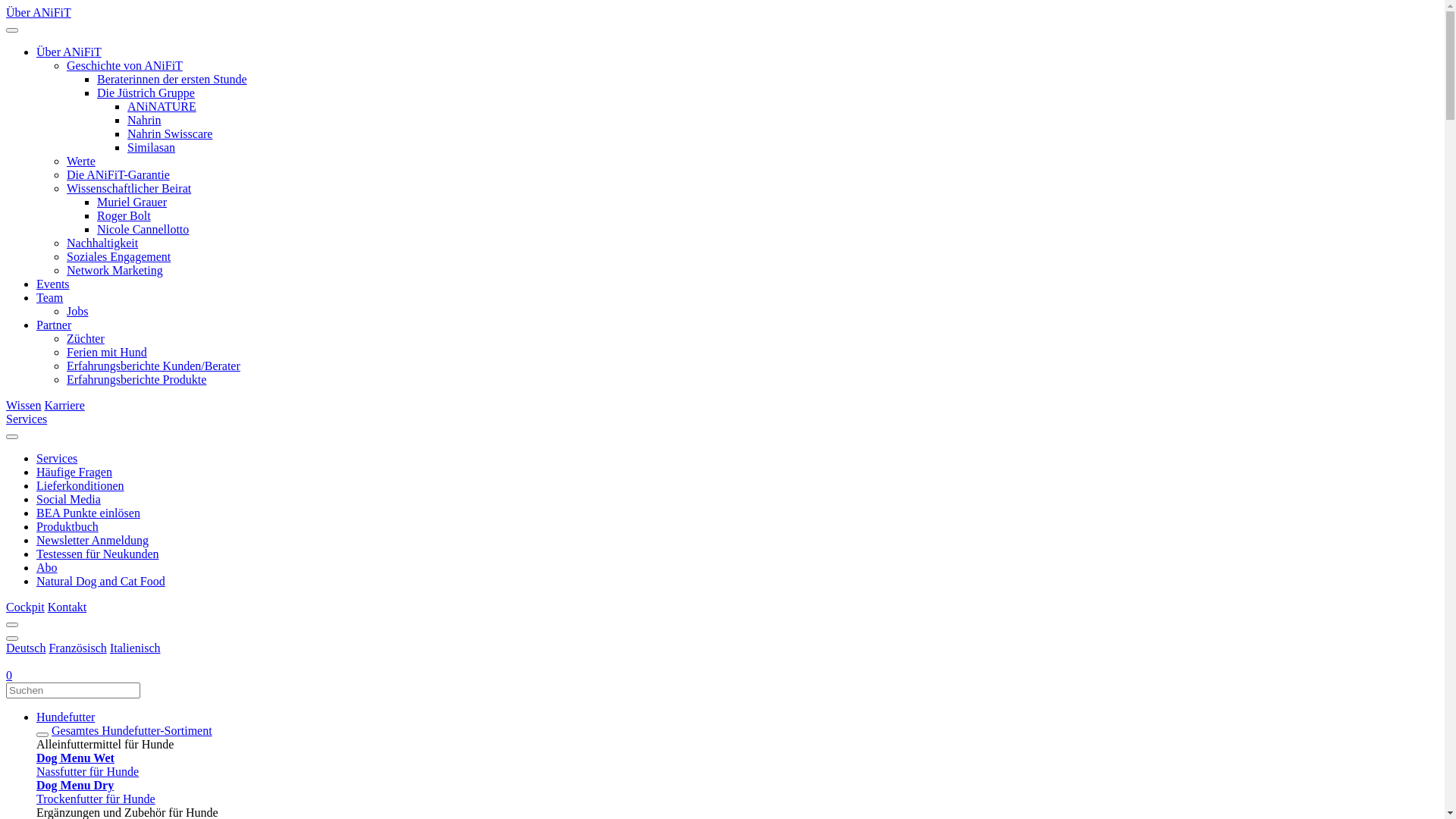  I want to click on 'Similasan', so click(151, 147).